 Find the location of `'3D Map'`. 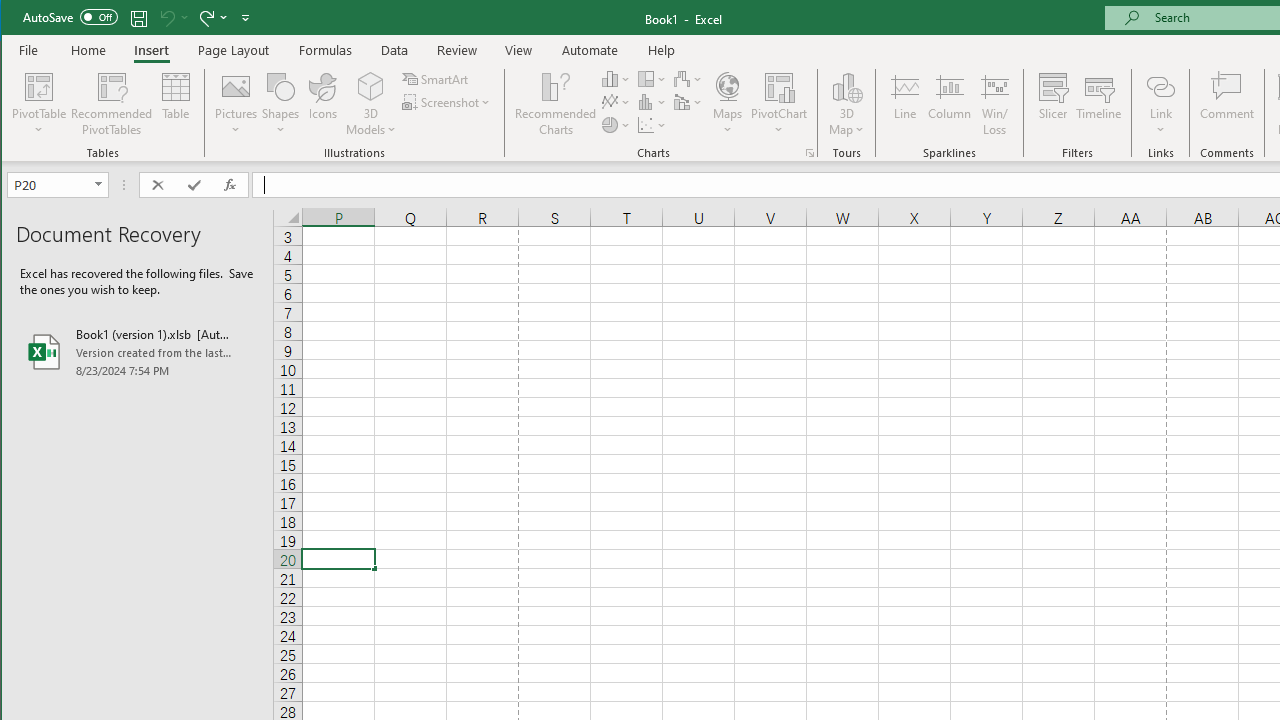

'3D Map' is located at coordinates (846, 104).